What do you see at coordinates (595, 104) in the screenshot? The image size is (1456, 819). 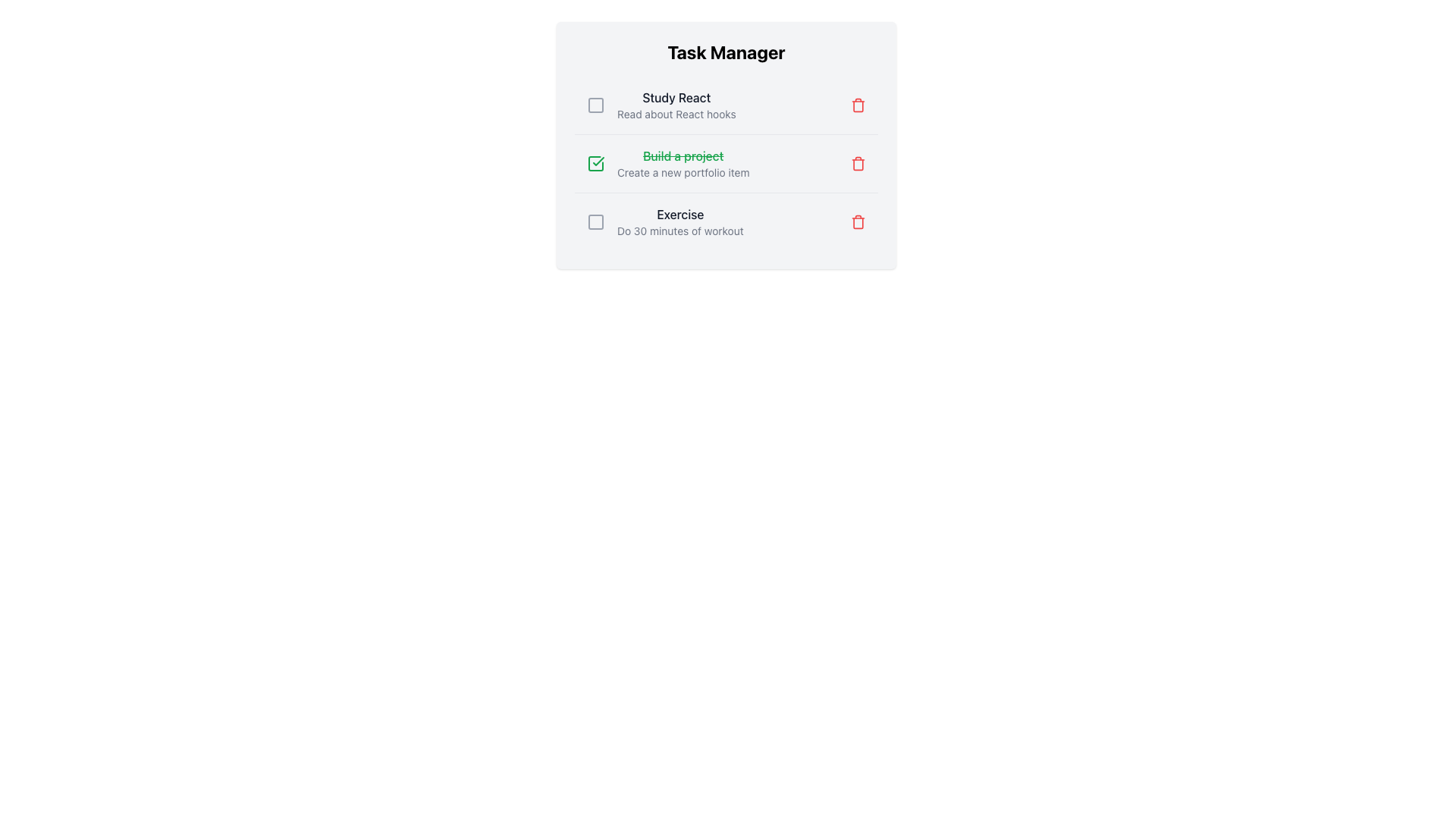 I see `the checkbox for the task 'Study React'` at bounding box center [595, 104].